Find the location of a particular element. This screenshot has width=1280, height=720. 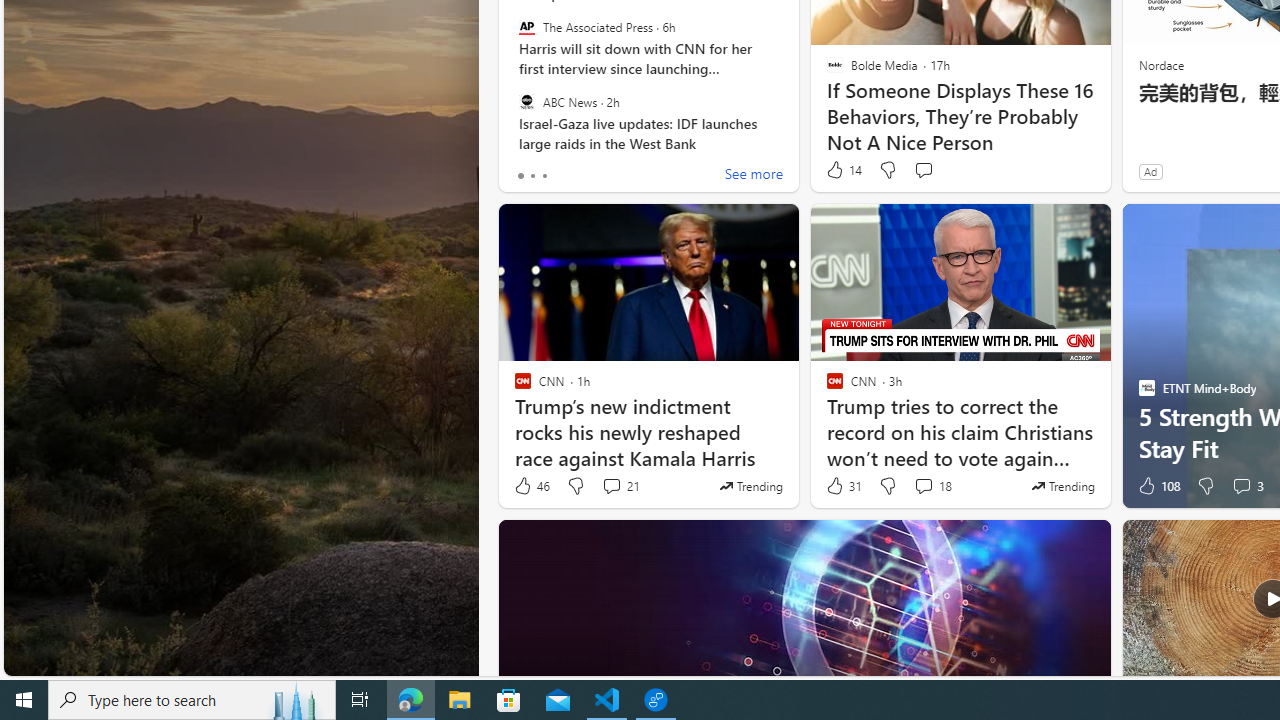

'31 Like' is located at coordinates (843, 486).